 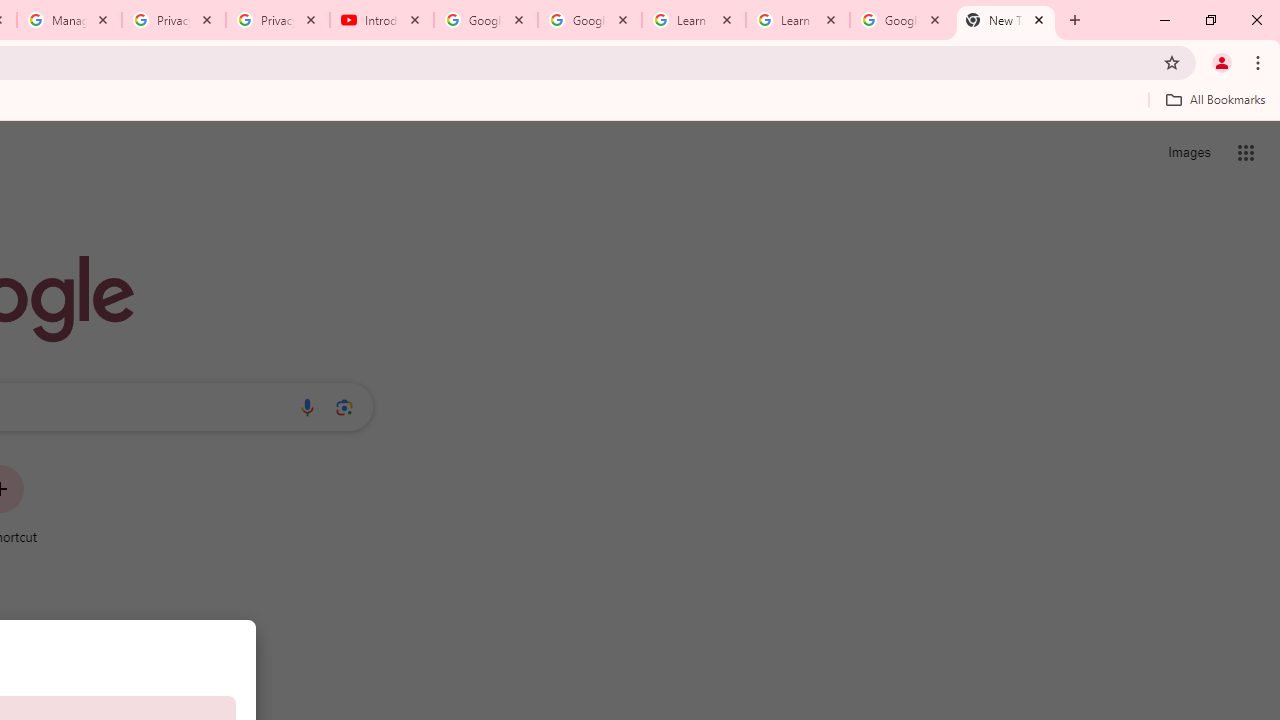 What do you see at coordinates (382, 20) in the screenshot?
I see `'Introduction | Google Privacy Policy - YouTube'` at bounding box center [382, 20].